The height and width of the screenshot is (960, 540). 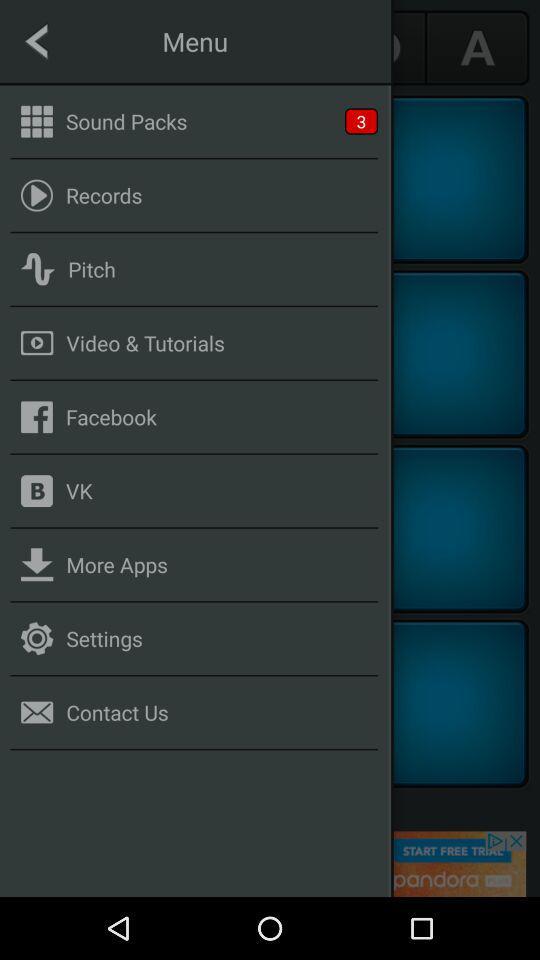 What do you see at coordinates (62, 47) in the screenshot?
I see `the arrow_backward icon` at bounding box center [62, 47].